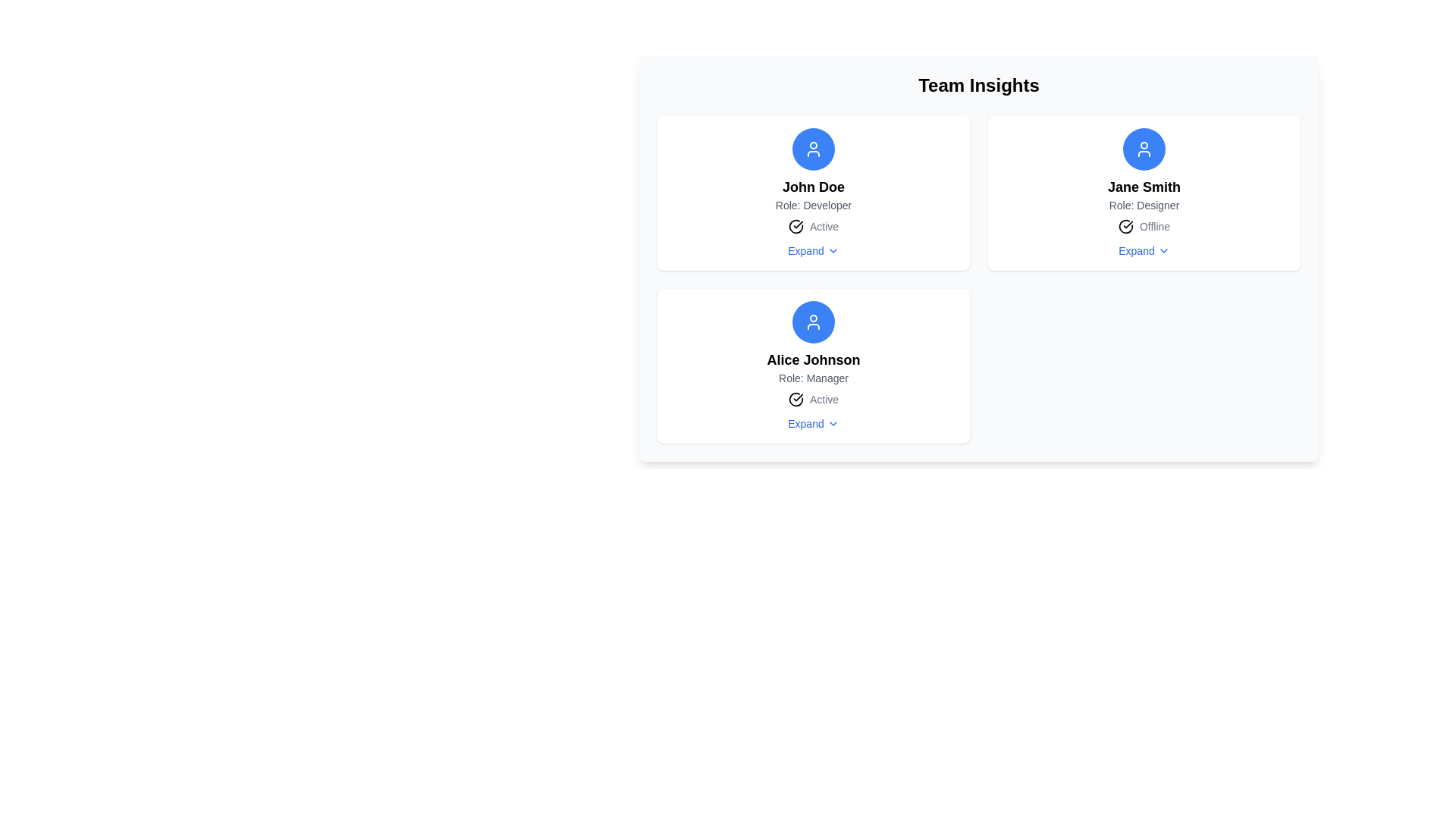  I want to click on the chevron icon located in the bottom center of the card associated with 'Jane Smith', so click(1163, 250).